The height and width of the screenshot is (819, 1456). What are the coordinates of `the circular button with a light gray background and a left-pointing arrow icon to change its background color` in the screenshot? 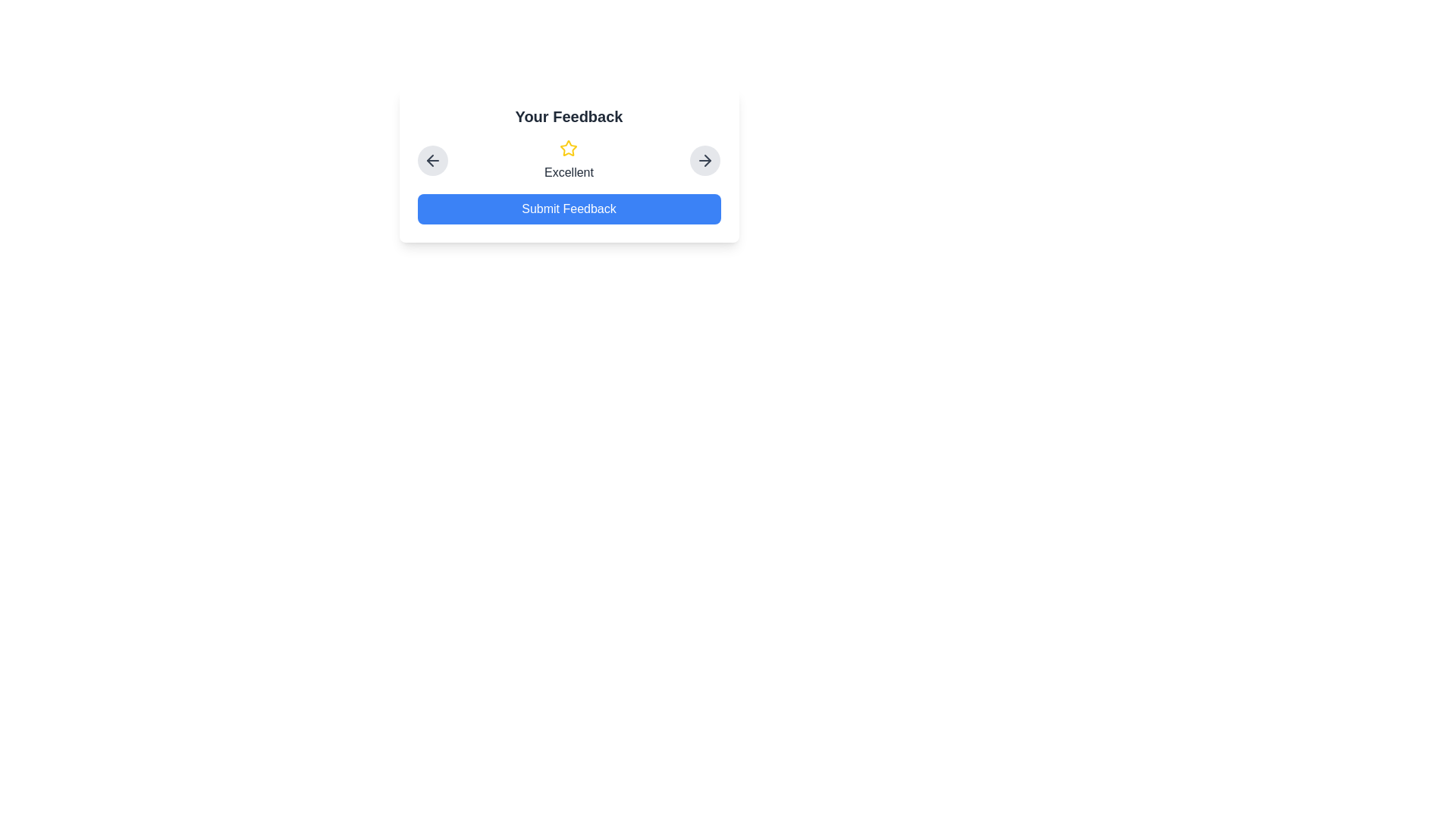 It's located at (431, 161).